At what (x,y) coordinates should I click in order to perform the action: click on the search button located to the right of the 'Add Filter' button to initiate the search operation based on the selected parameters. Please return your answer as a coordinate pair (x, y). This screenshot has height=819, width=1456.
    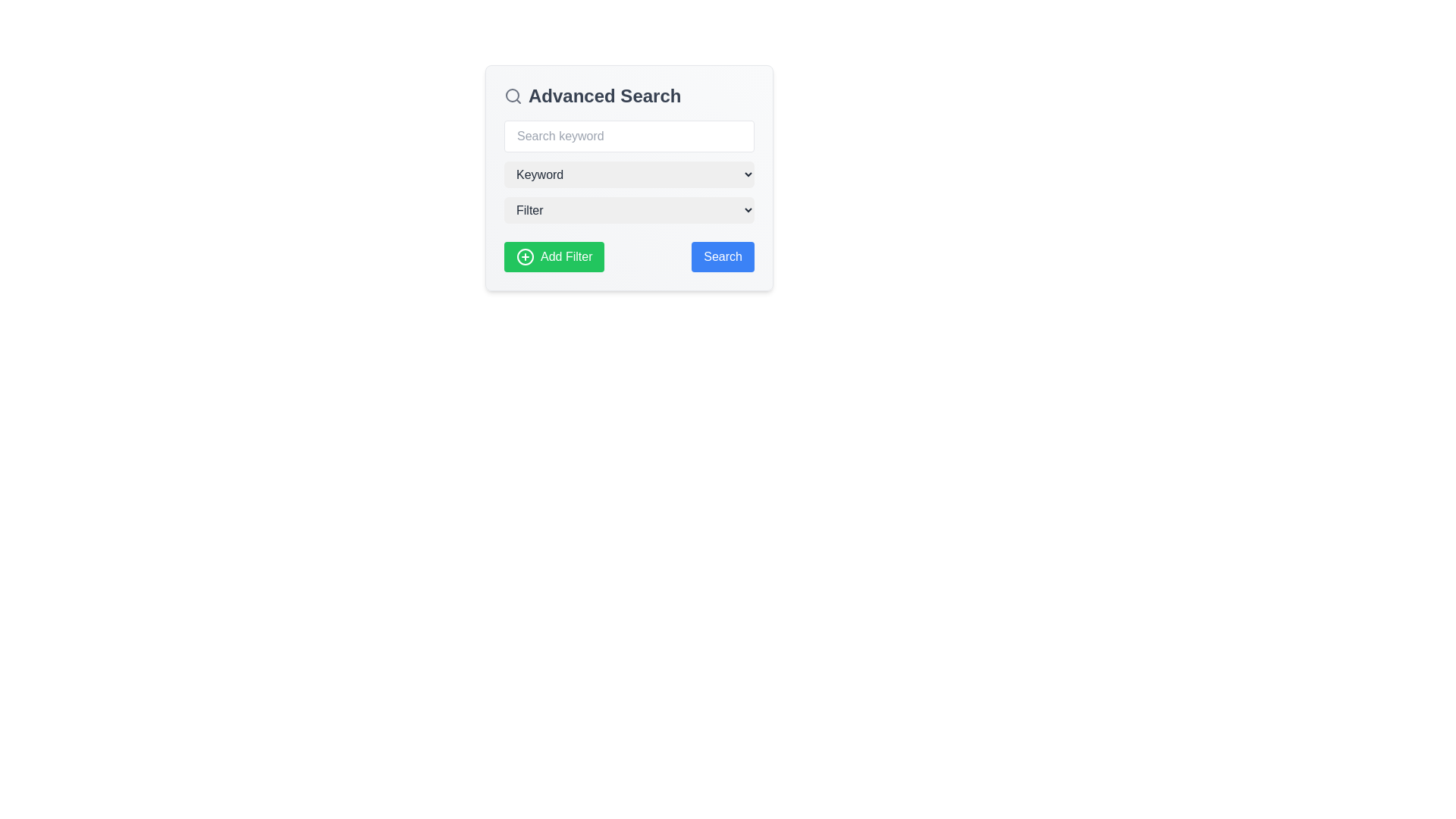
    Looking at the image, I should click on (722, 256).